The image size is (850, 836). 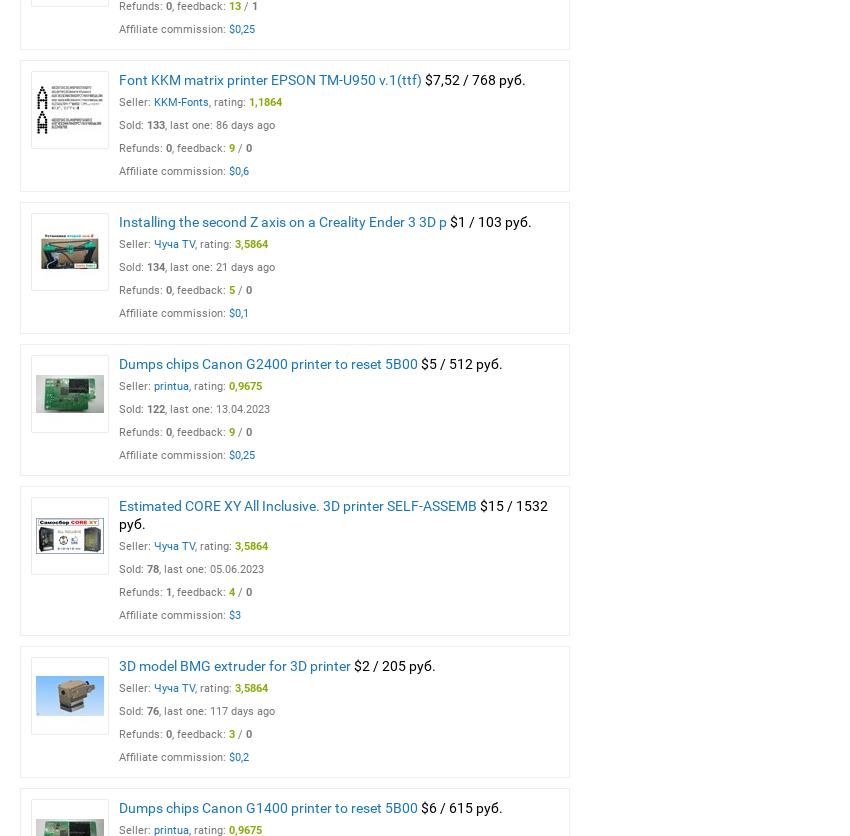 What do you see at coordinates (153, 568) in the screenshot?
I see `'78'` at bounding box center [153, 568].